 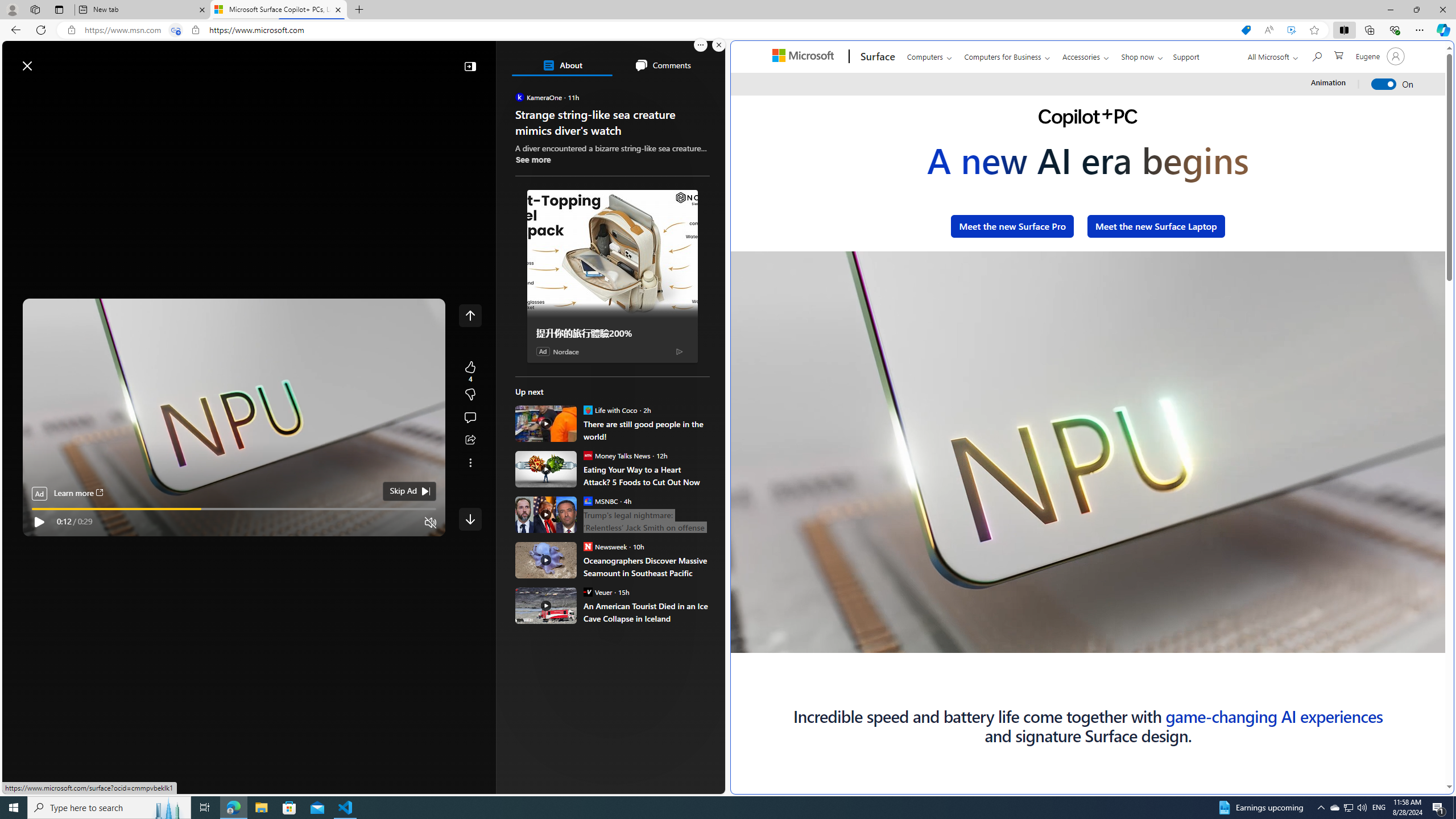 I want to click on 'There are still good people in the world!', so click(x=646, y=429).